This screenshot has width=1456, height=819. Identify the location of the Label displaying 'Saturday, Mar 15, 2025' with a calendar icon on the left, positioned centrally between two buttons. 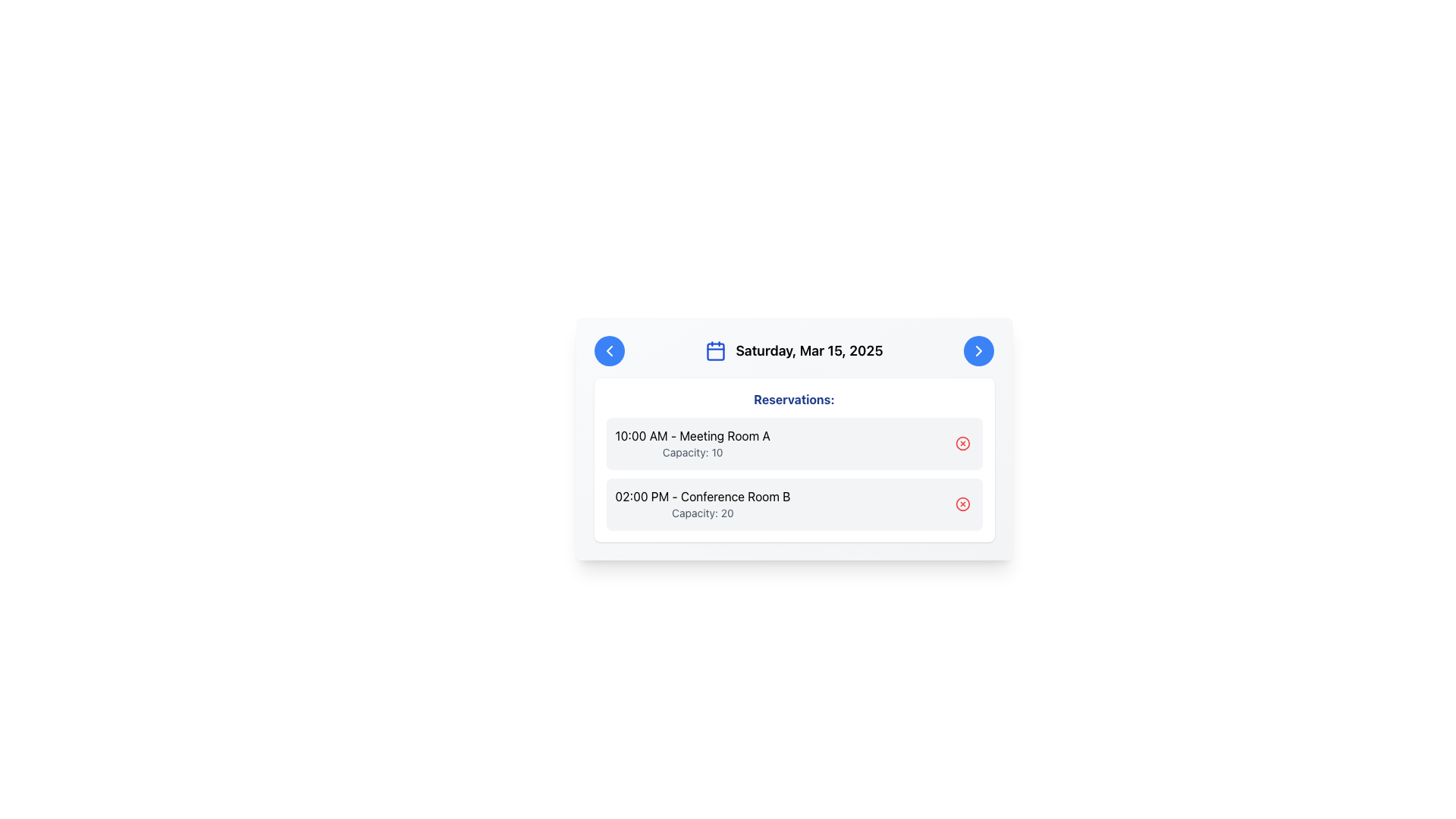
(793, 350).